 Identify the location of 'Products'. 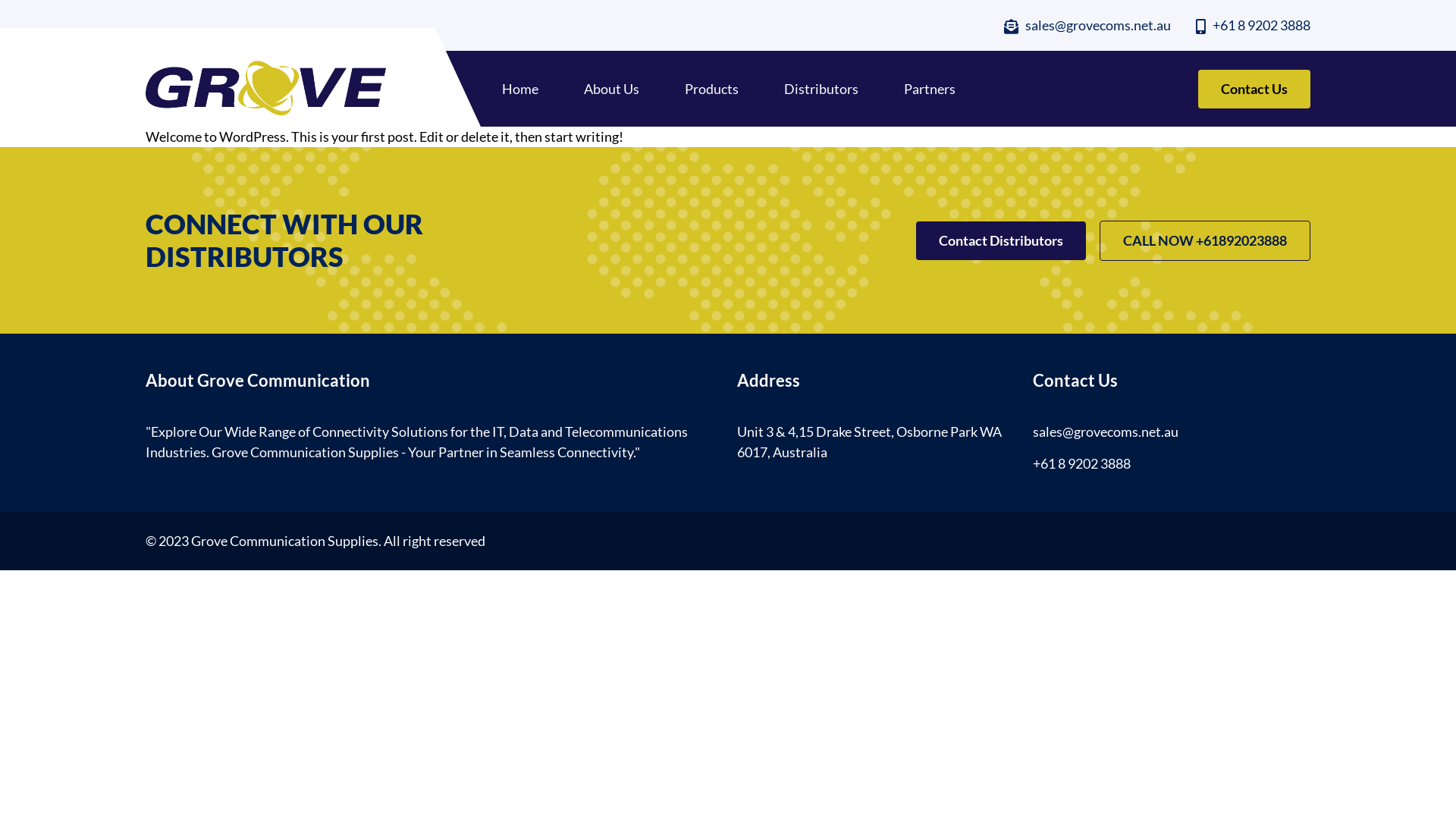
(711, 88).